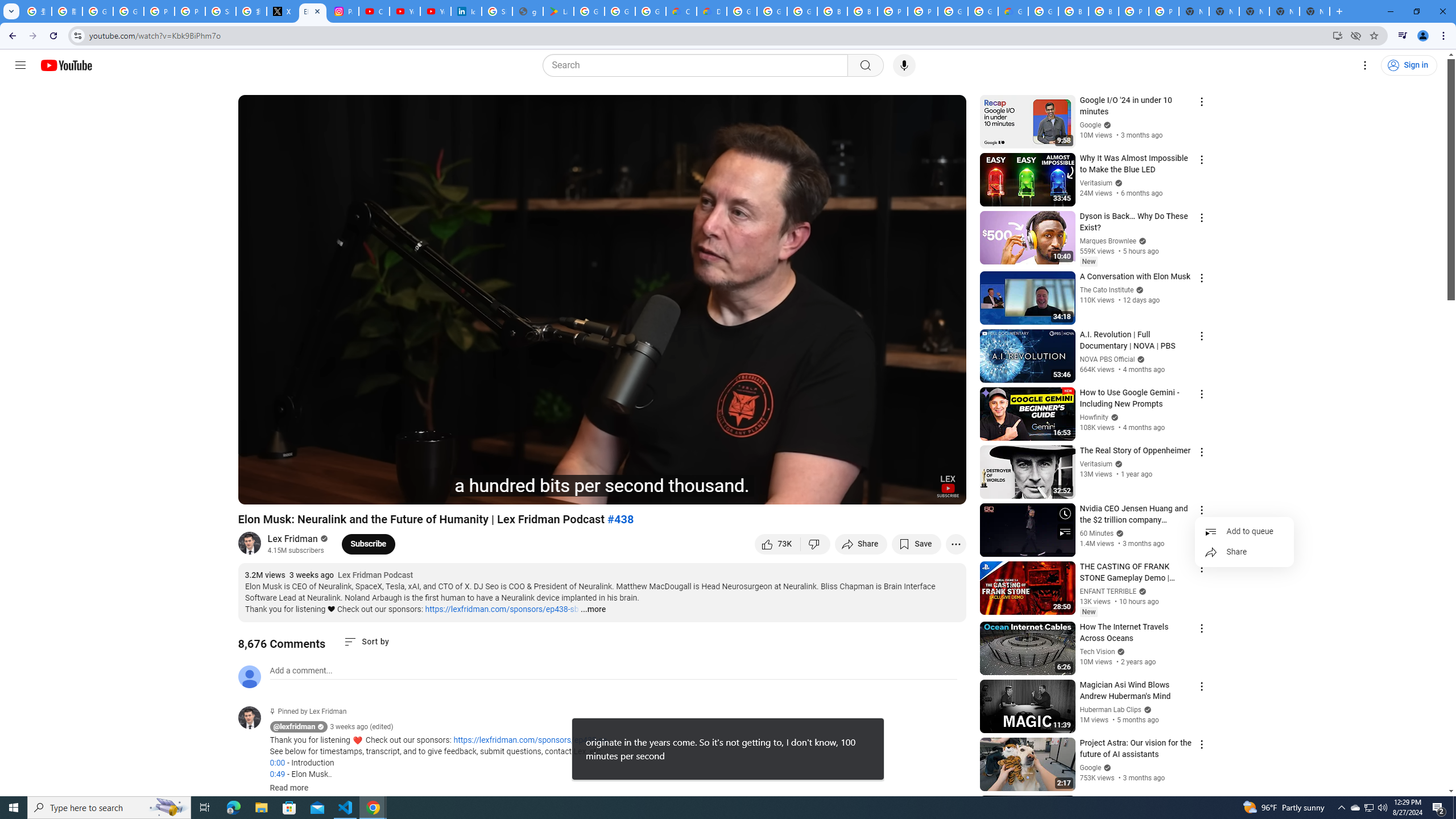 The image size is (1456, 819). What do you see at coordinates (591, 610) in the screenshot?
I see `'...more'` at bounding box center [591, 610].